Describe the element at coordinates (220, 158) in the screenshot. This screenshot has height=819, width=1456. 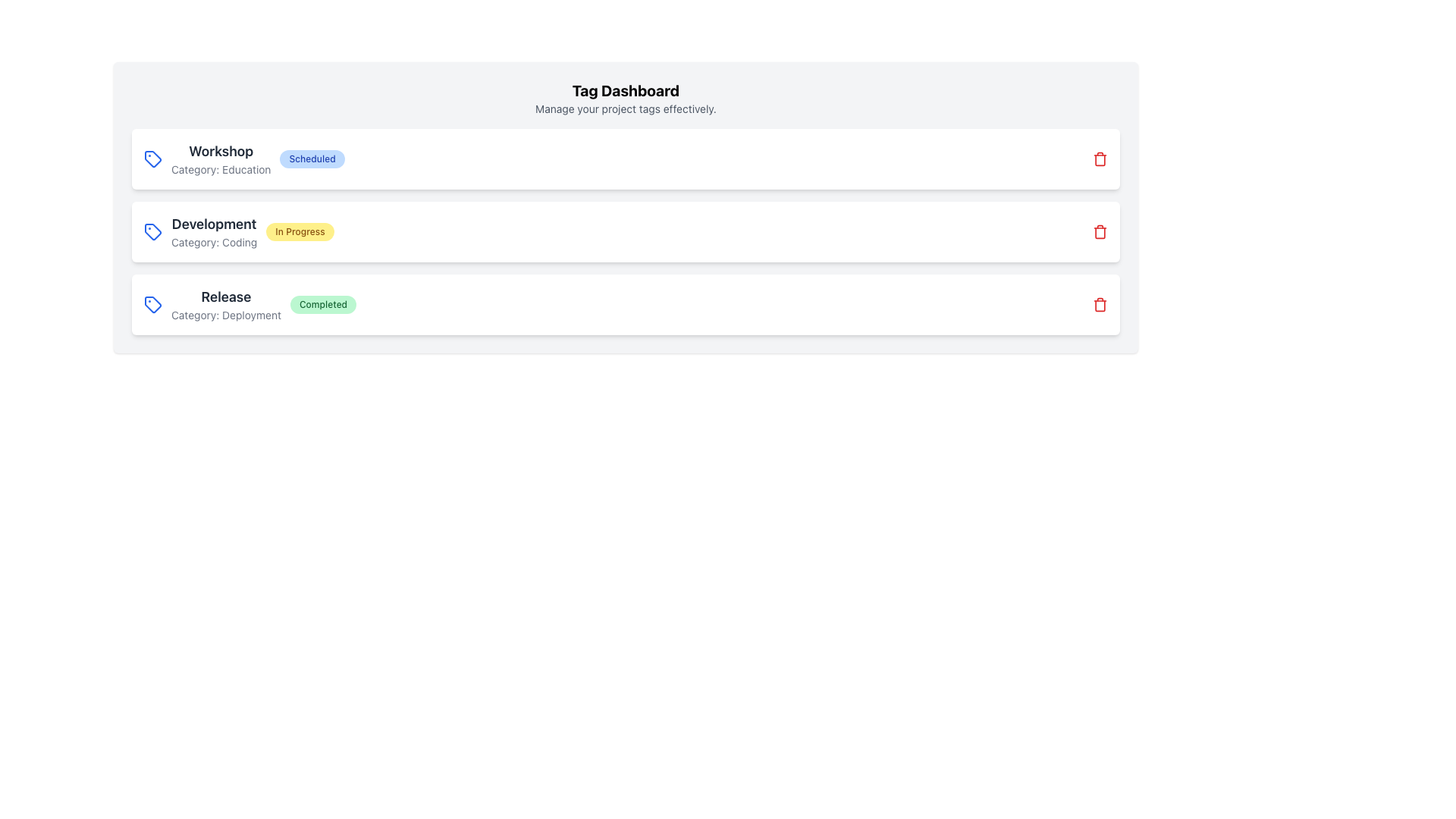
I see `the 'Workshop' text label` at that location.